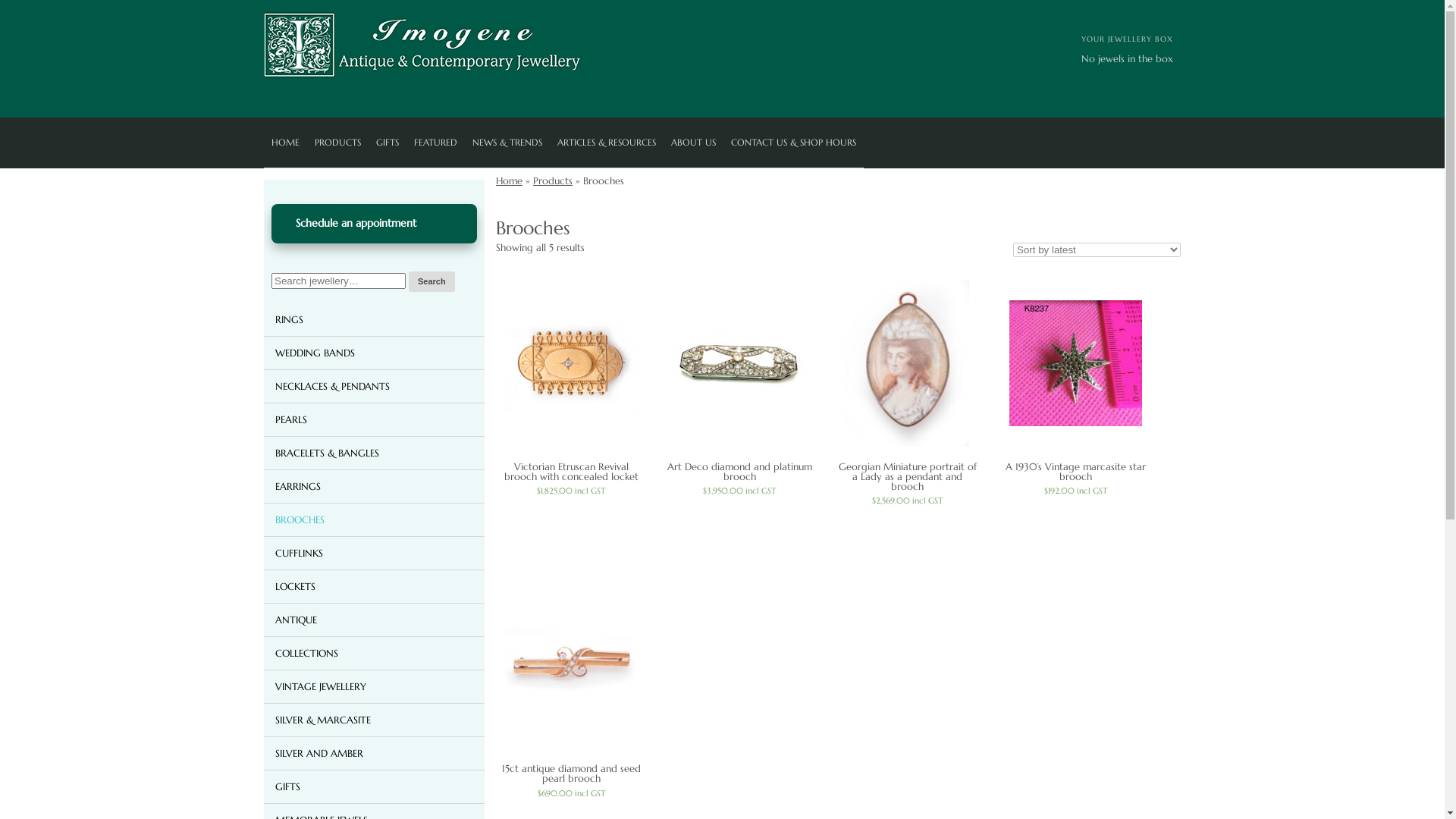  I want to click on 'COLLECTIONS', so click(374, 651).